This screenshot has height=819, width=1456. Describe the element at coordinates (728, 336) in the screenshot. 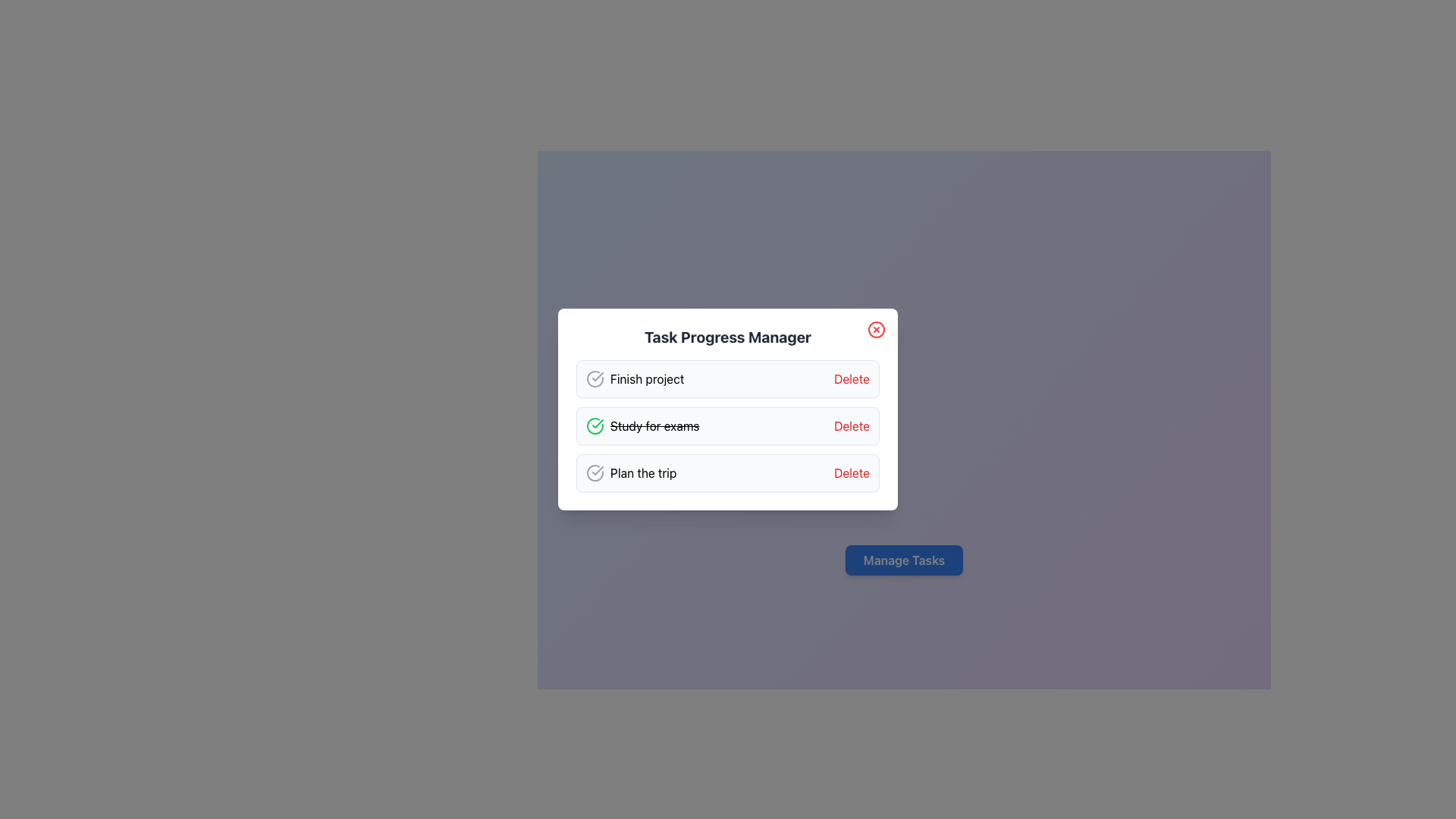

I see `the text label that serves as the title for the task management card, which is centered horizontally at the top of the card and positioned above the task entries` at that location.